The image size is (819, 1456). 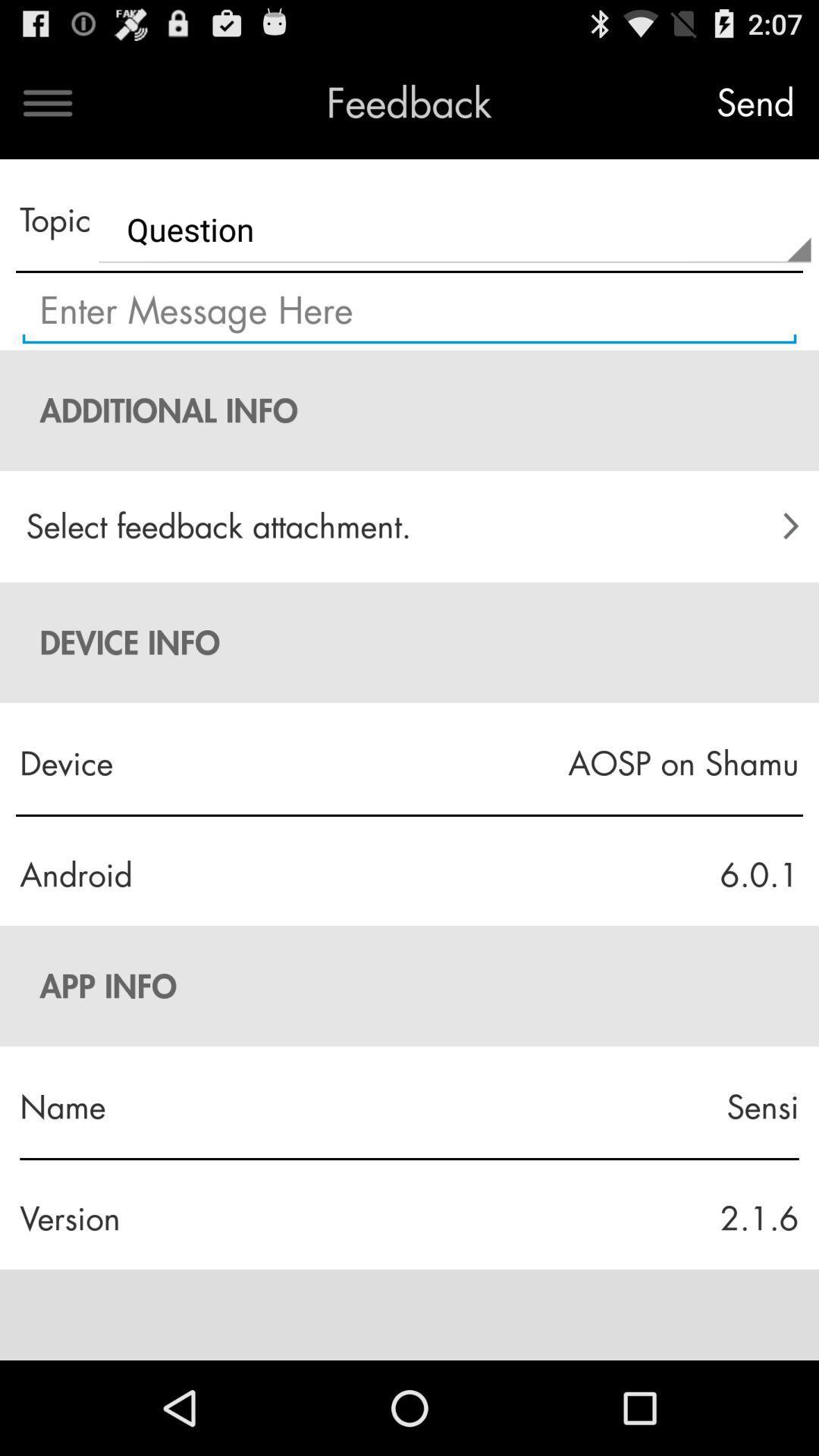 I want to click on main menu, so click(x=46, y=102).